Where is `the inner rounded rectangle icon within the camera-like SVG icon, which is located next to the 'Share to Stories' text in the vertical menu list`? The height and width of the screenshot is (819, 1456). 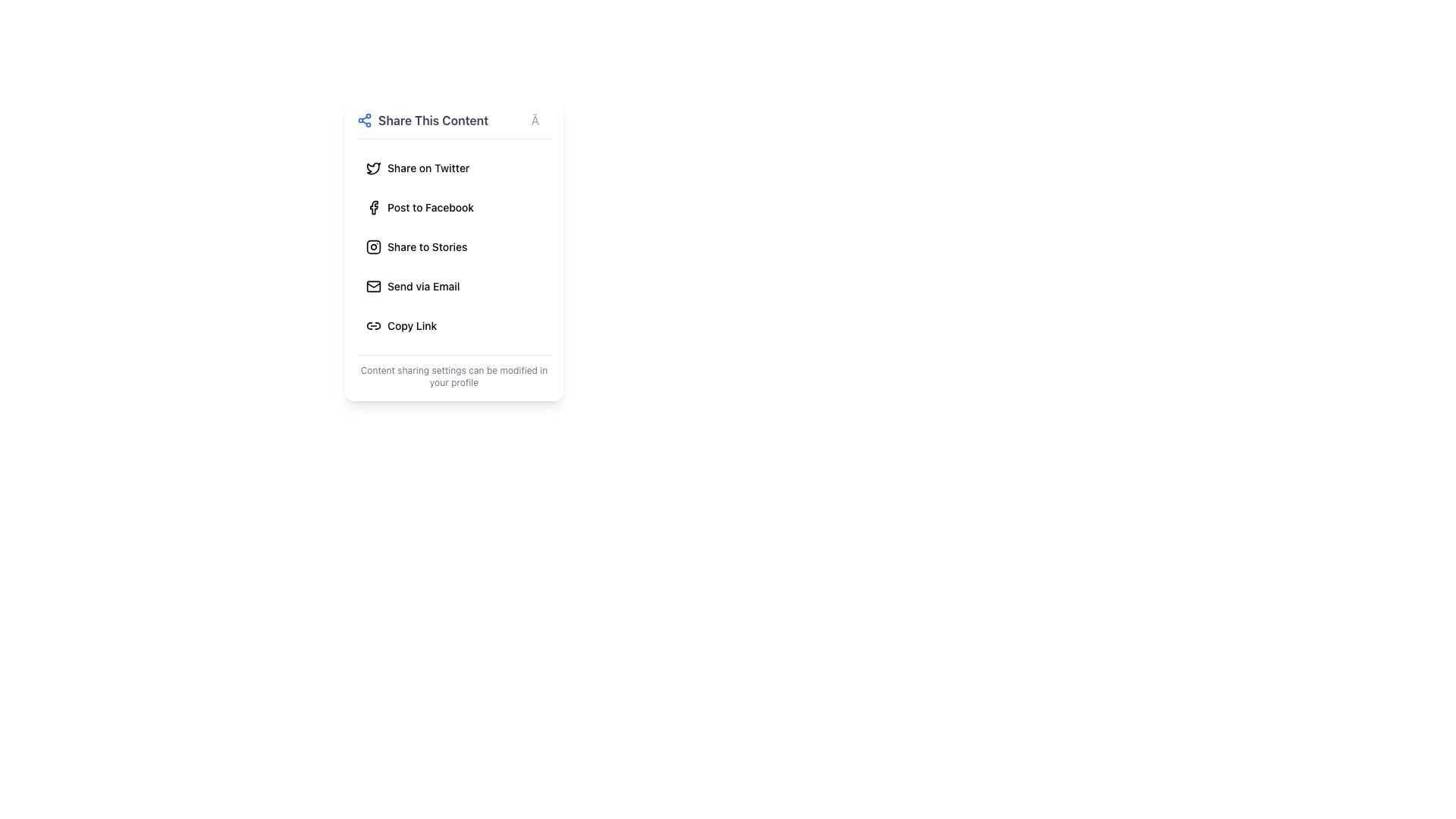
the inner rounded rectangle icon within the camera-like SVG icon, which is located next to the 'Share to Stories' text in the vertical menu list is located at coordinates (374, 246).